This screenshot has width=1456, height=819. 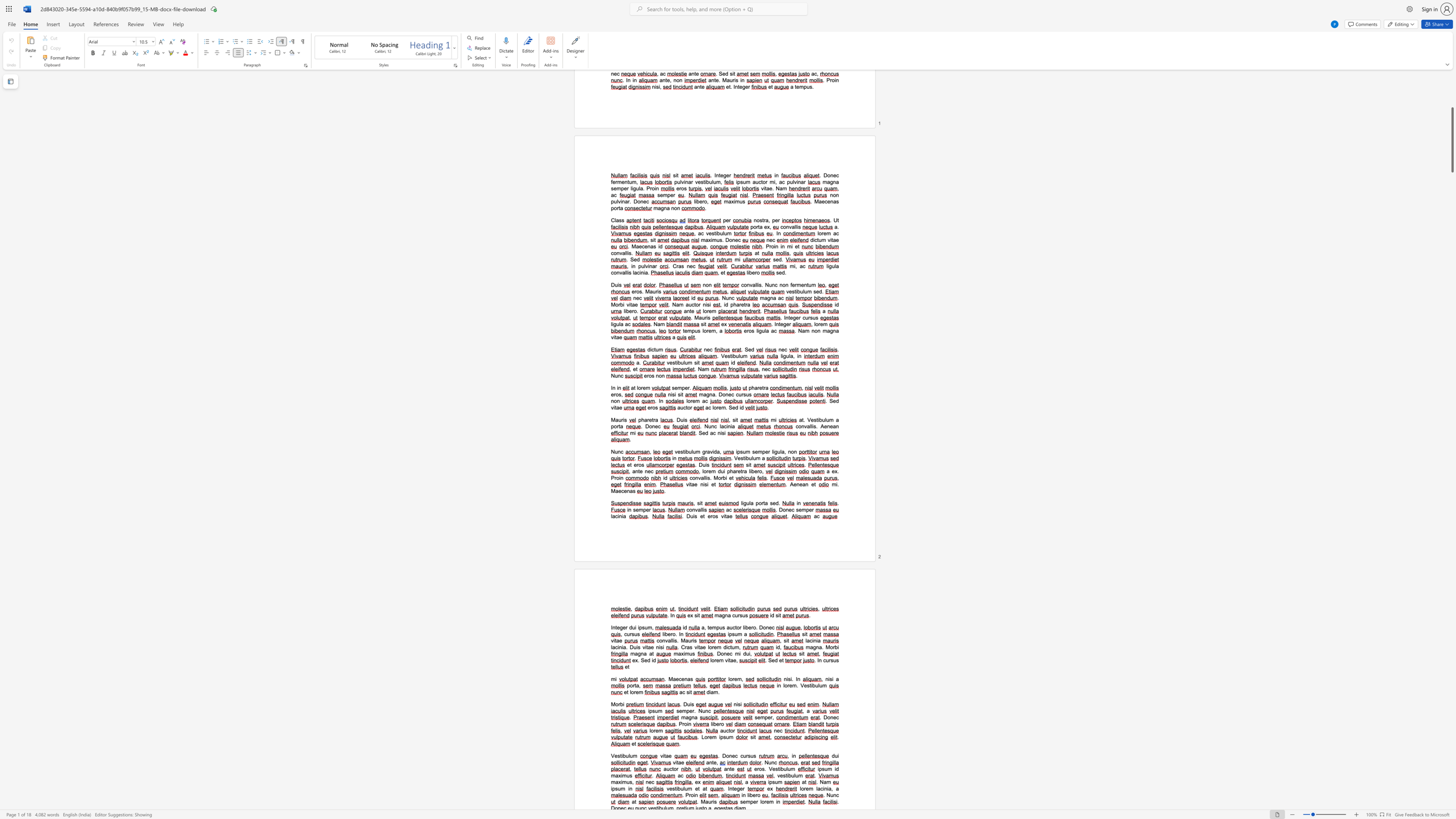 I want to click on the space between the continuous character "s" and "e" in the text, so click(x=635, y=510).